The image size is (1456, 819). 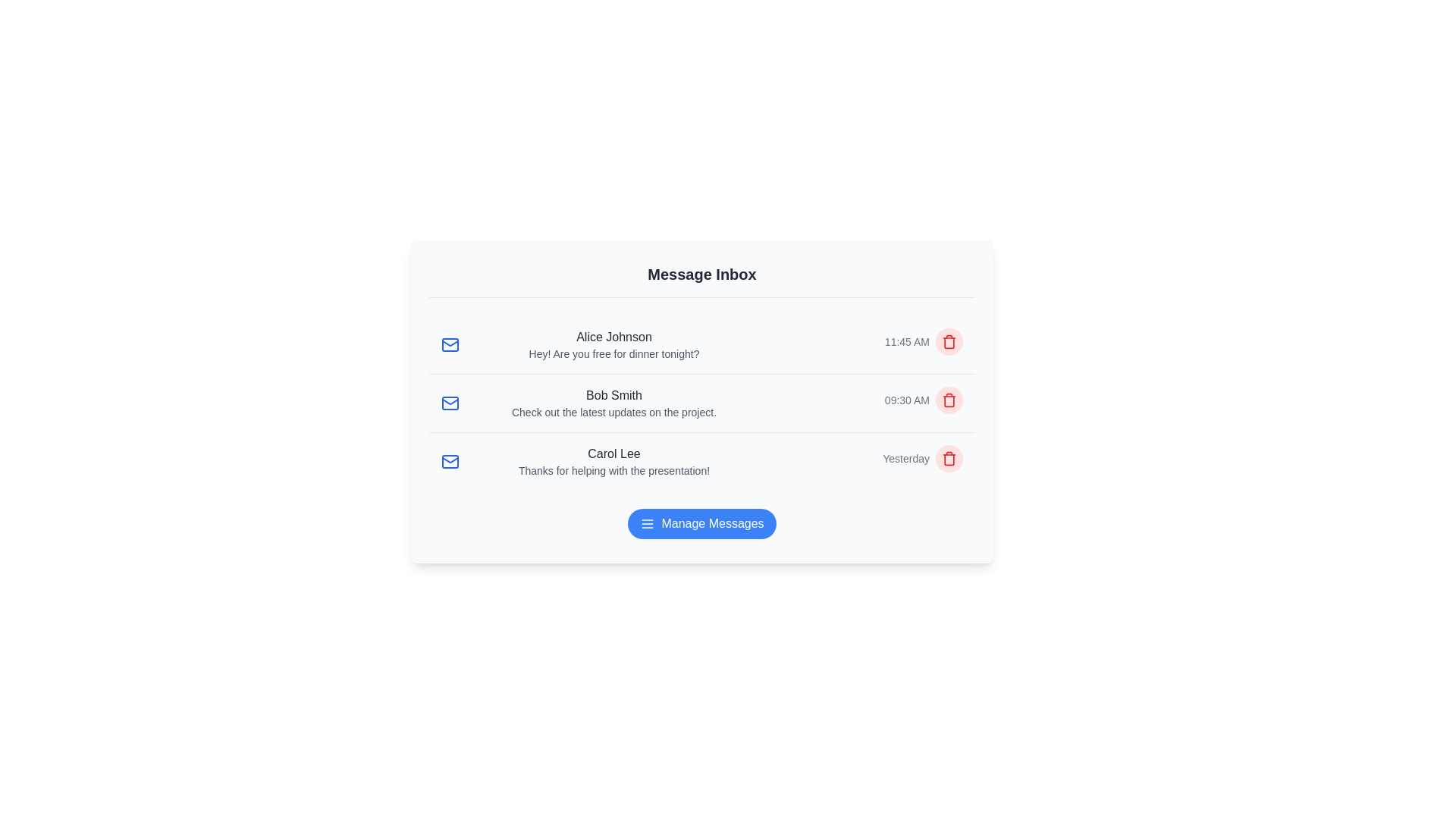 I want to click on the message row corresponding to Alice Johnson, so click(x=701, y=345).